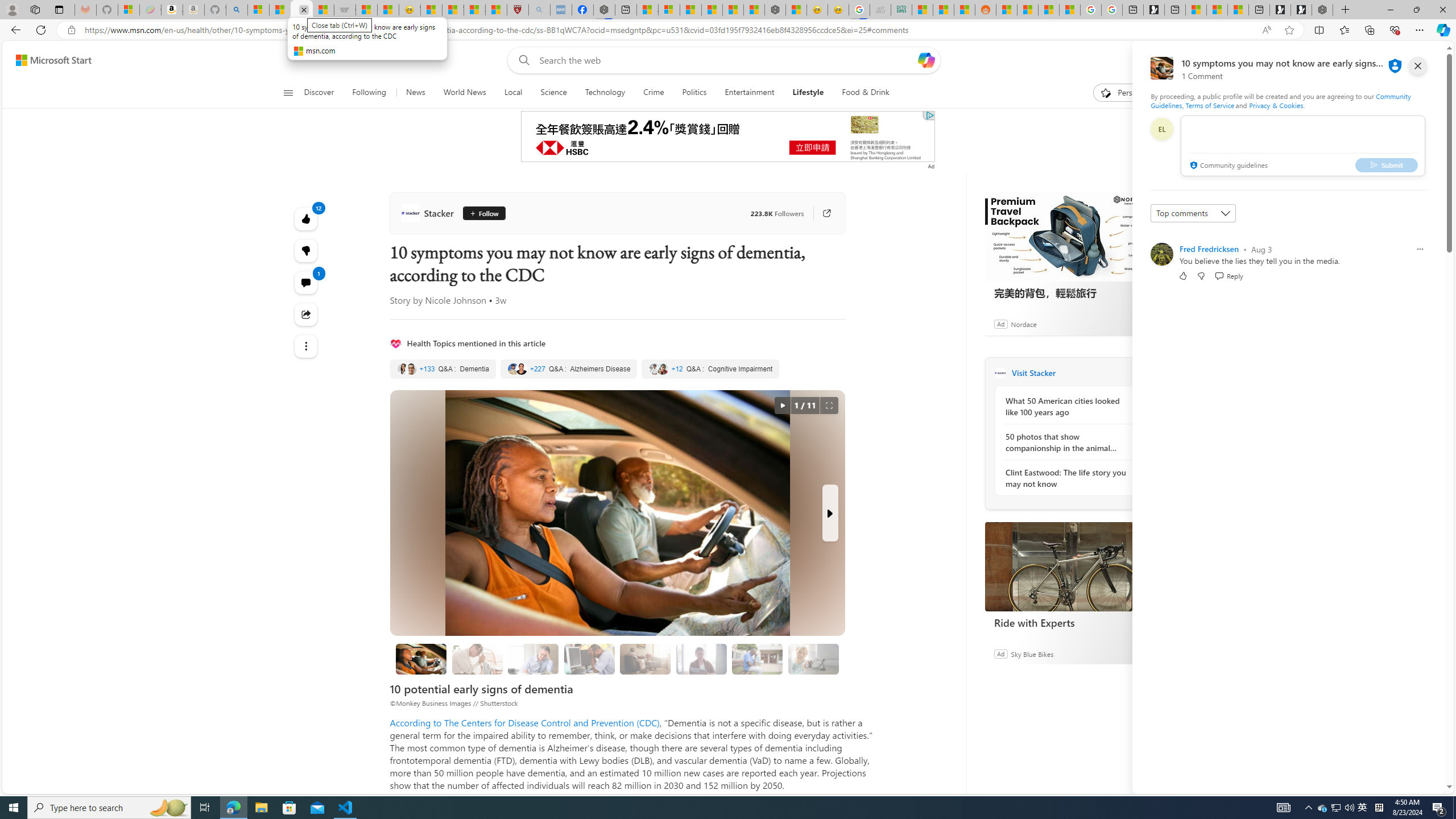  I want to click on 'Alzheimers Disease', so click(568, 368).